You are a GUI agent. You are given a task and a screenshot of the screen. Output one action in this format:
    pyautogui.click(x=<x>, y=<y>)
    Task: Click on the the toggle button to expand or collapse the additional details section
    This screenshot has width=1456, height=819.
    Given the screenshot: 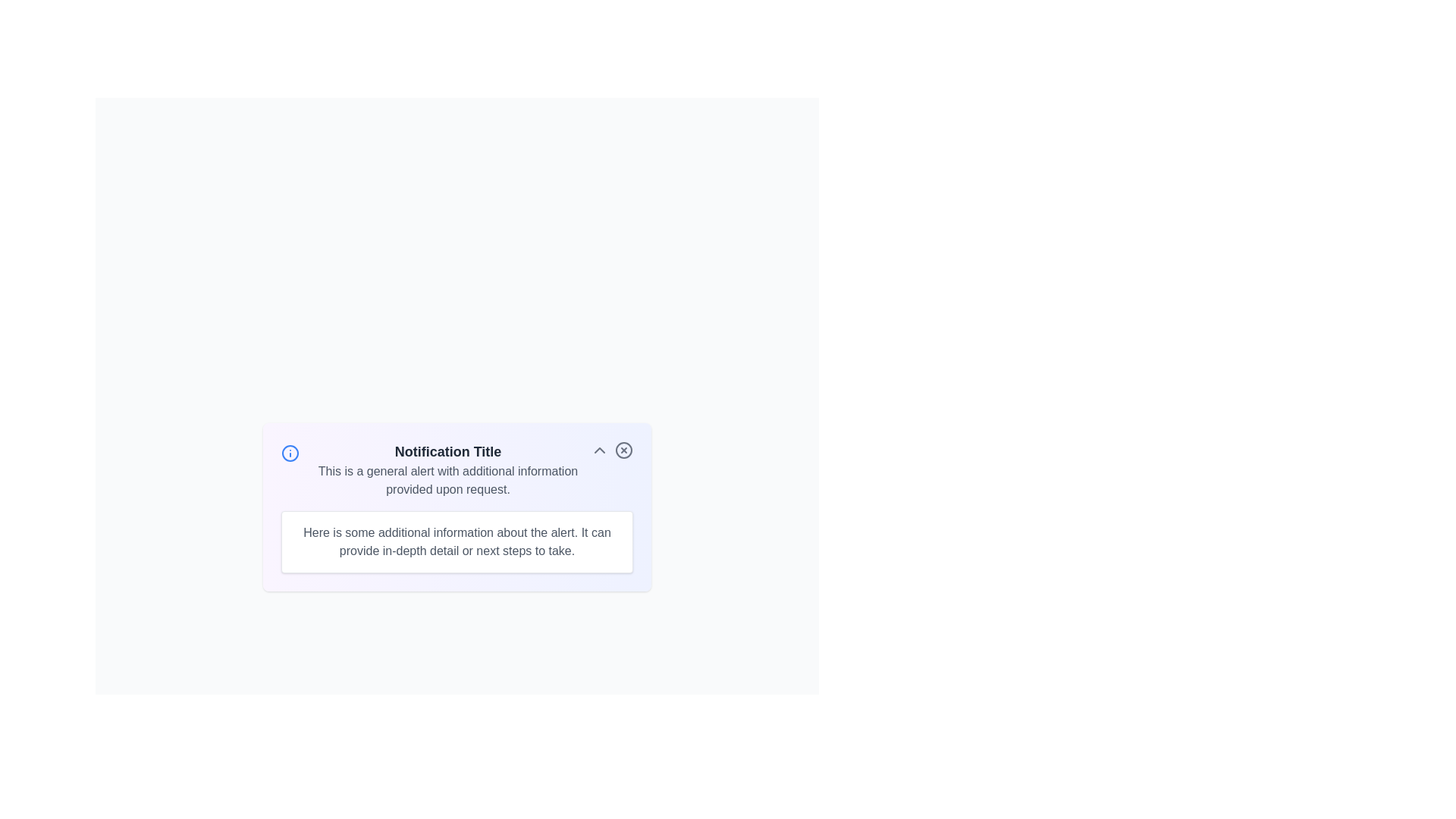 What is the action you would take?
    pyautogui.click(x=599, y=450)
    